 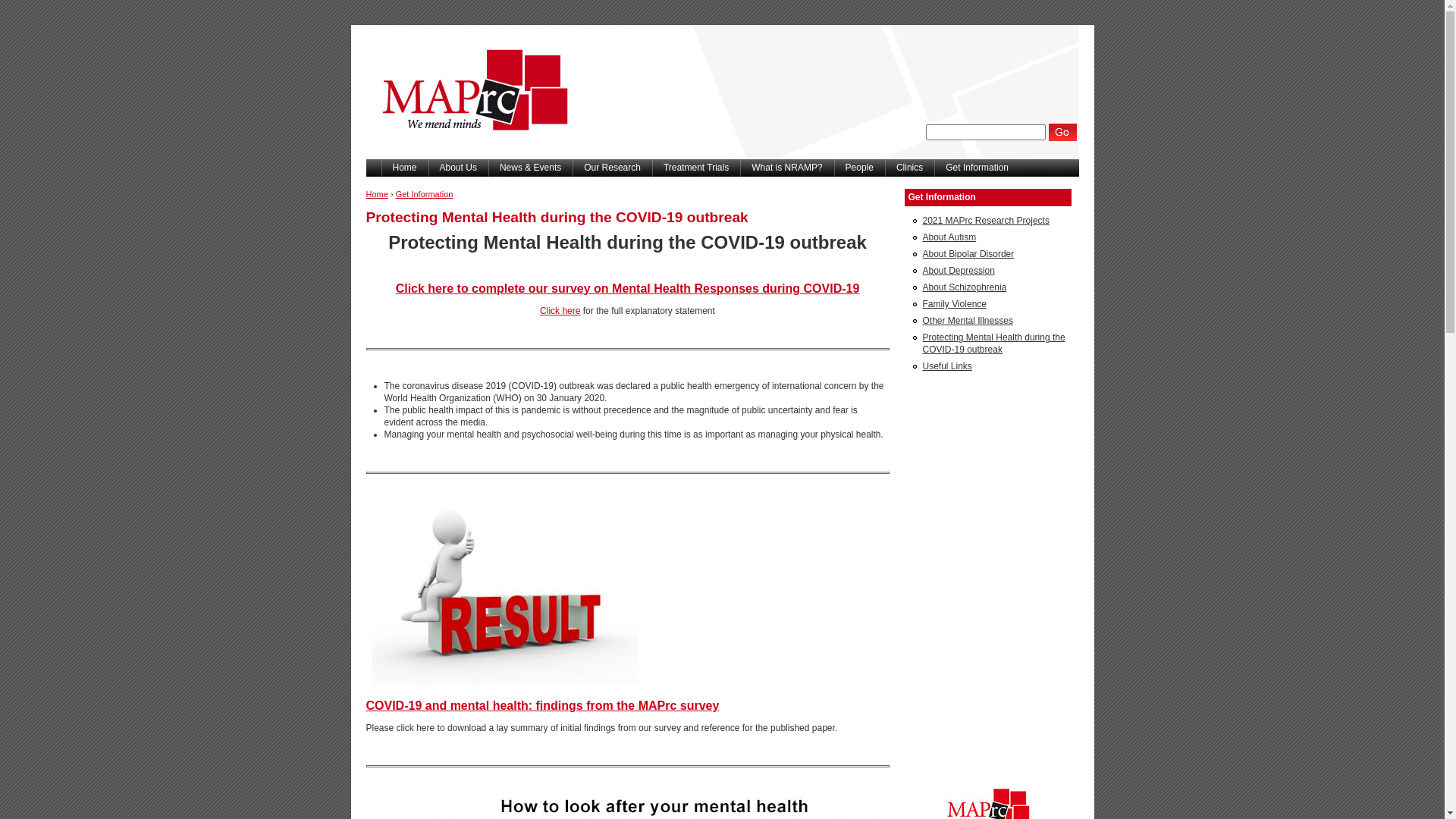 I want to click on 'About Us', so click(x=457, y=168).